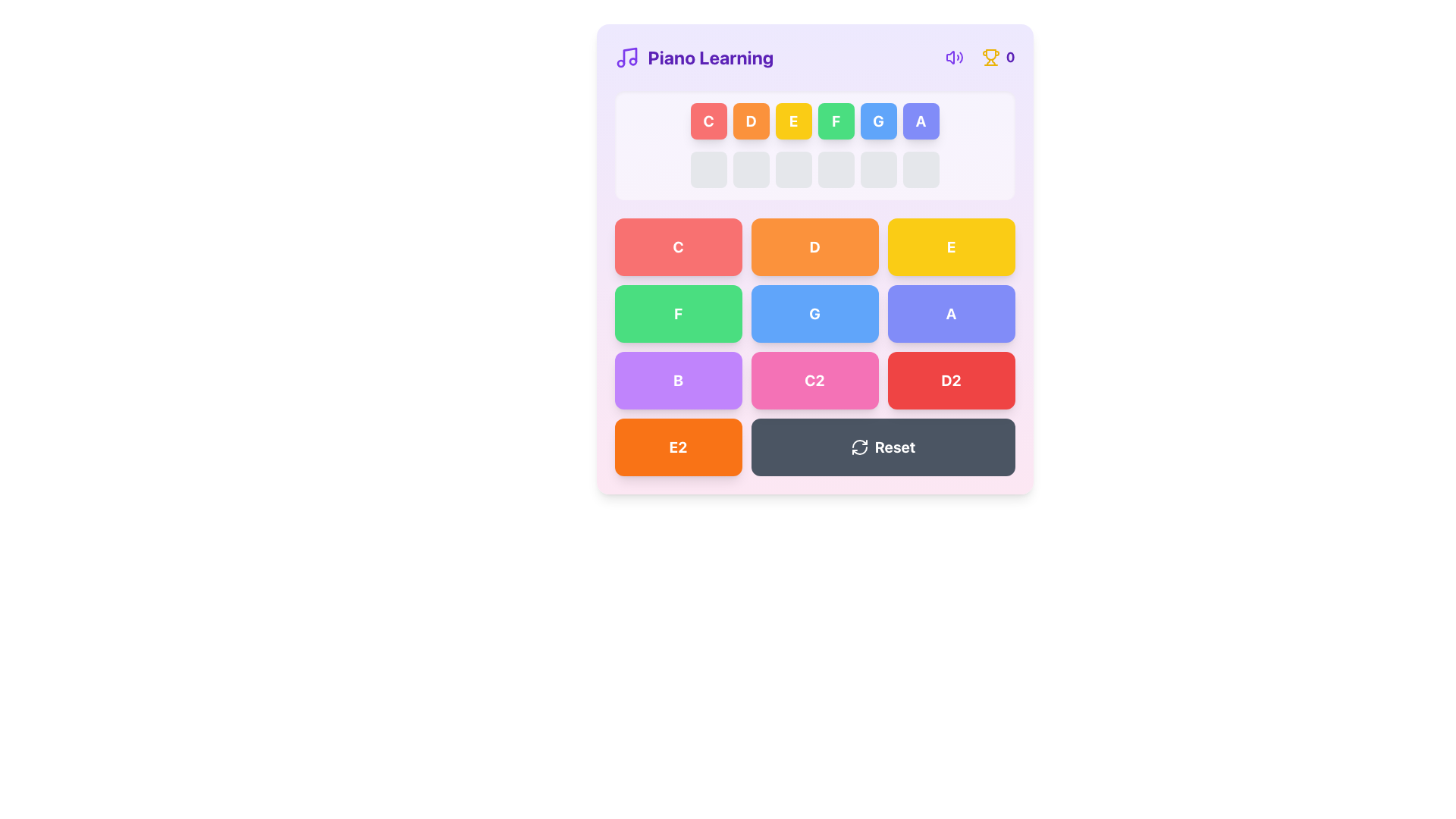 The height and width of the screenshot is (819, 1456). Describe the element at coordinates (953, 57) in the screenshot. I see `the central volume icon located at the top-right corner of the interface` at that location.